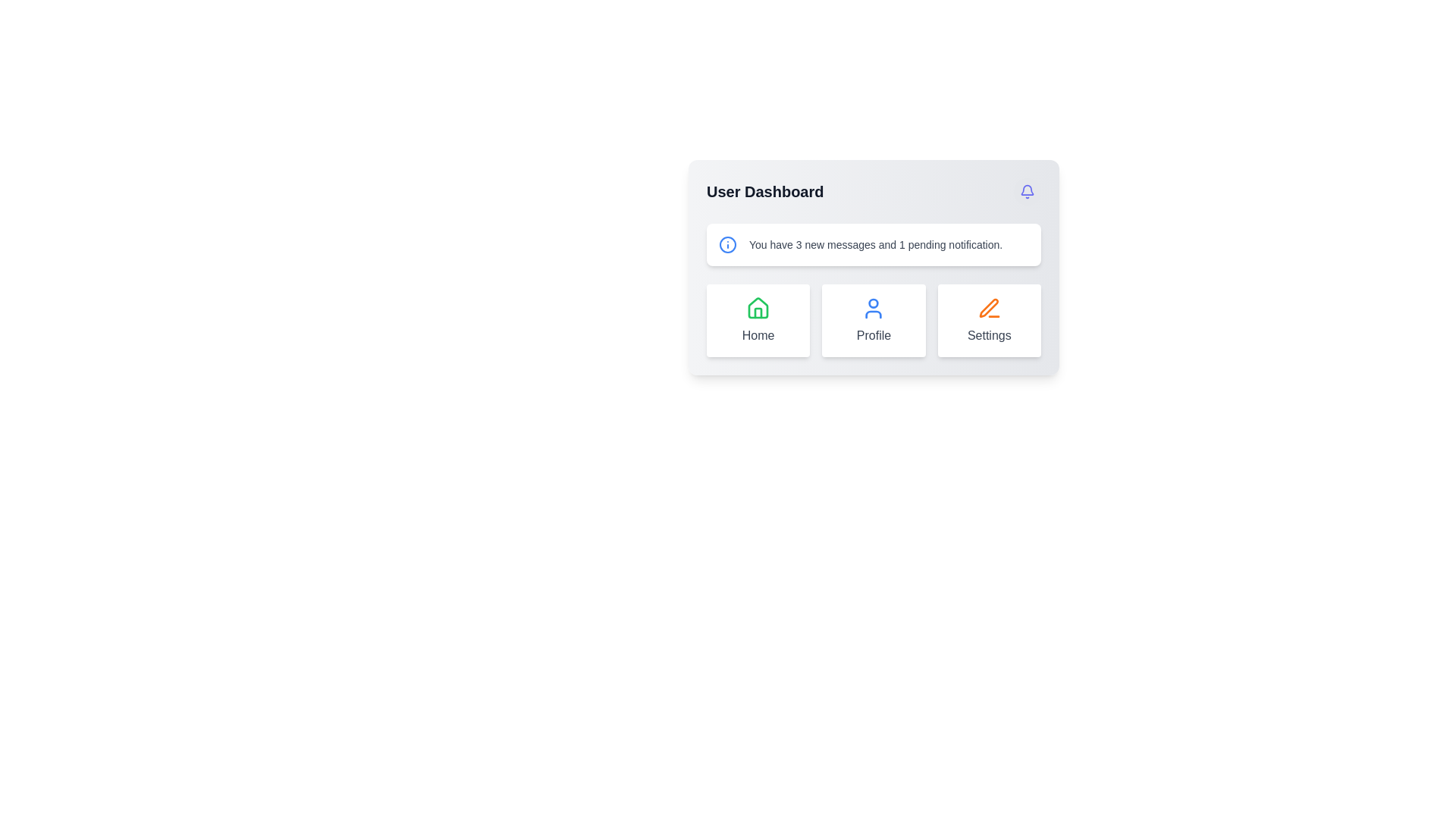  What do you see at coordinates (765, 191) in the screenshot?
I see `the static text element labeled 'User Dashboard', which is located on the left side of the toolbar-like structure at the top of the card element` at bounding box center [765, 191].